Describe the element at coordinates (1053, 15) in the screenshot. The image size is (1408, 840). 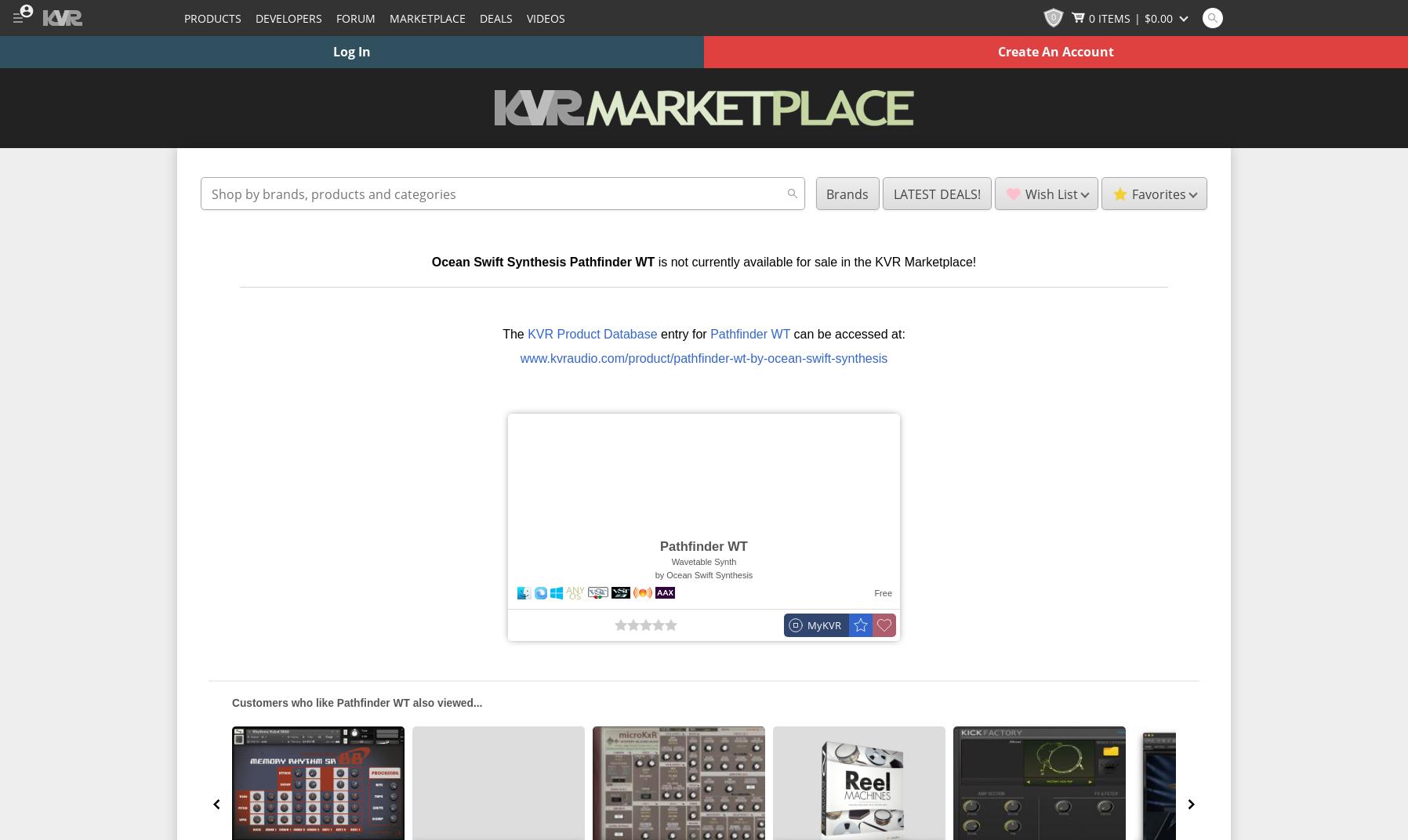
I see `'0'` at that location.